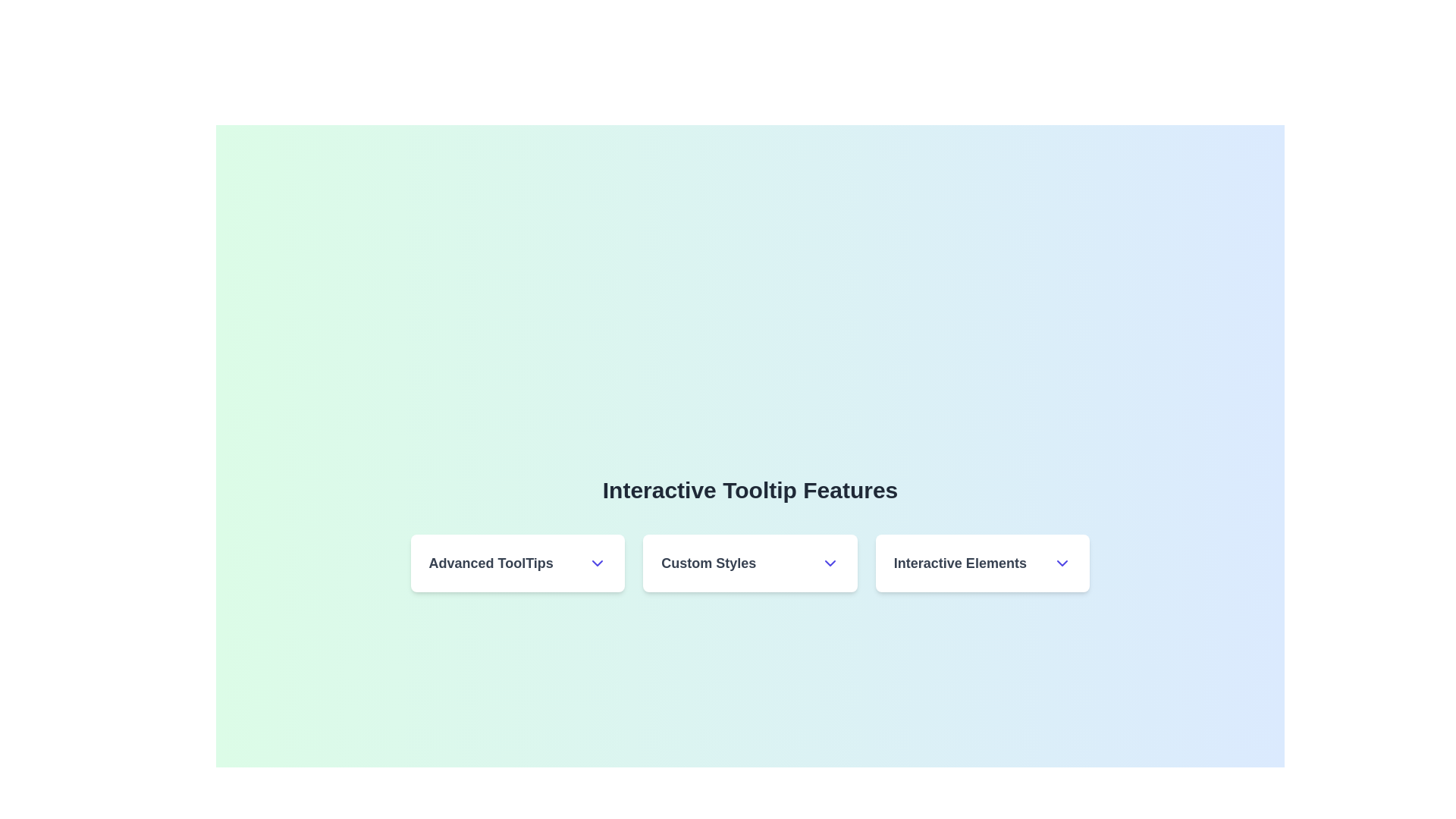 Image resolution: width=1456 pixels, height=819 pixels. I want to click on the Text label indicating the current section under 'Custom Styles', located between 'Advanced ToolTips' and 'Interactive Elements', so click(708, 563).